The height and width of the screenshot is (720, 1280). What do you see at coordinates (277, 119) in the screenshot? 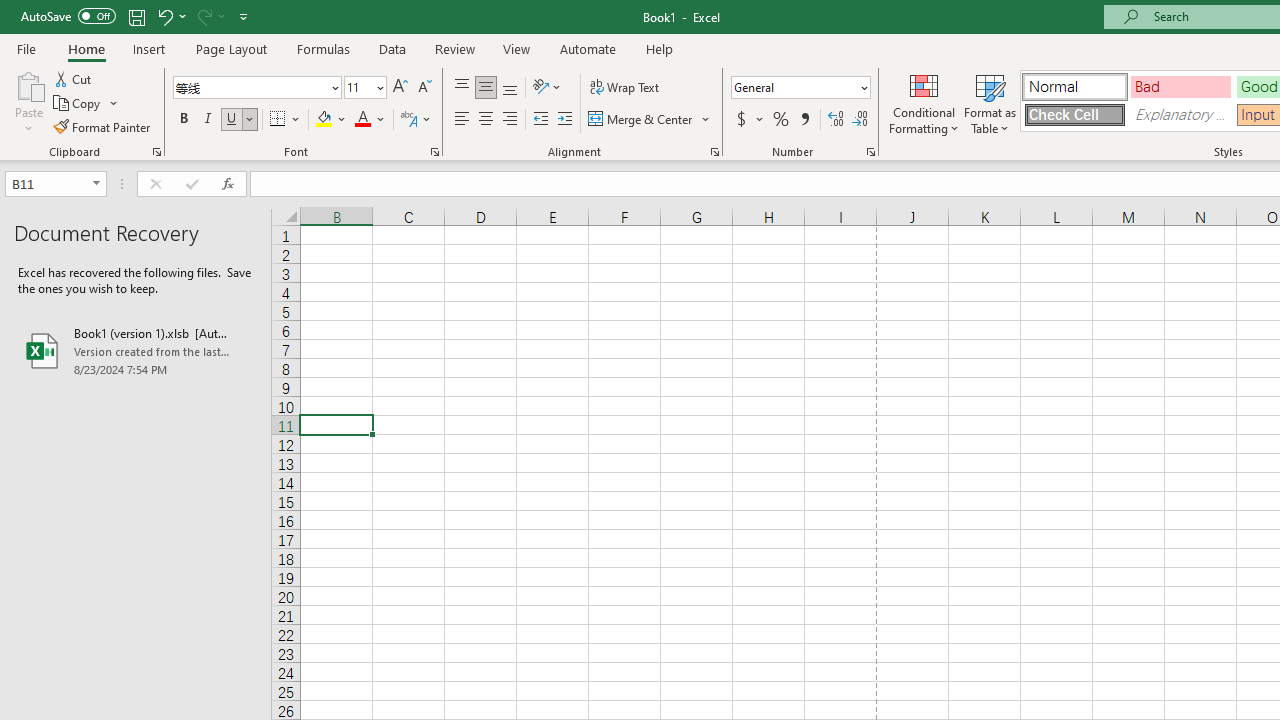
I see `'Bottom Border'` at bounding box center [277, 119].